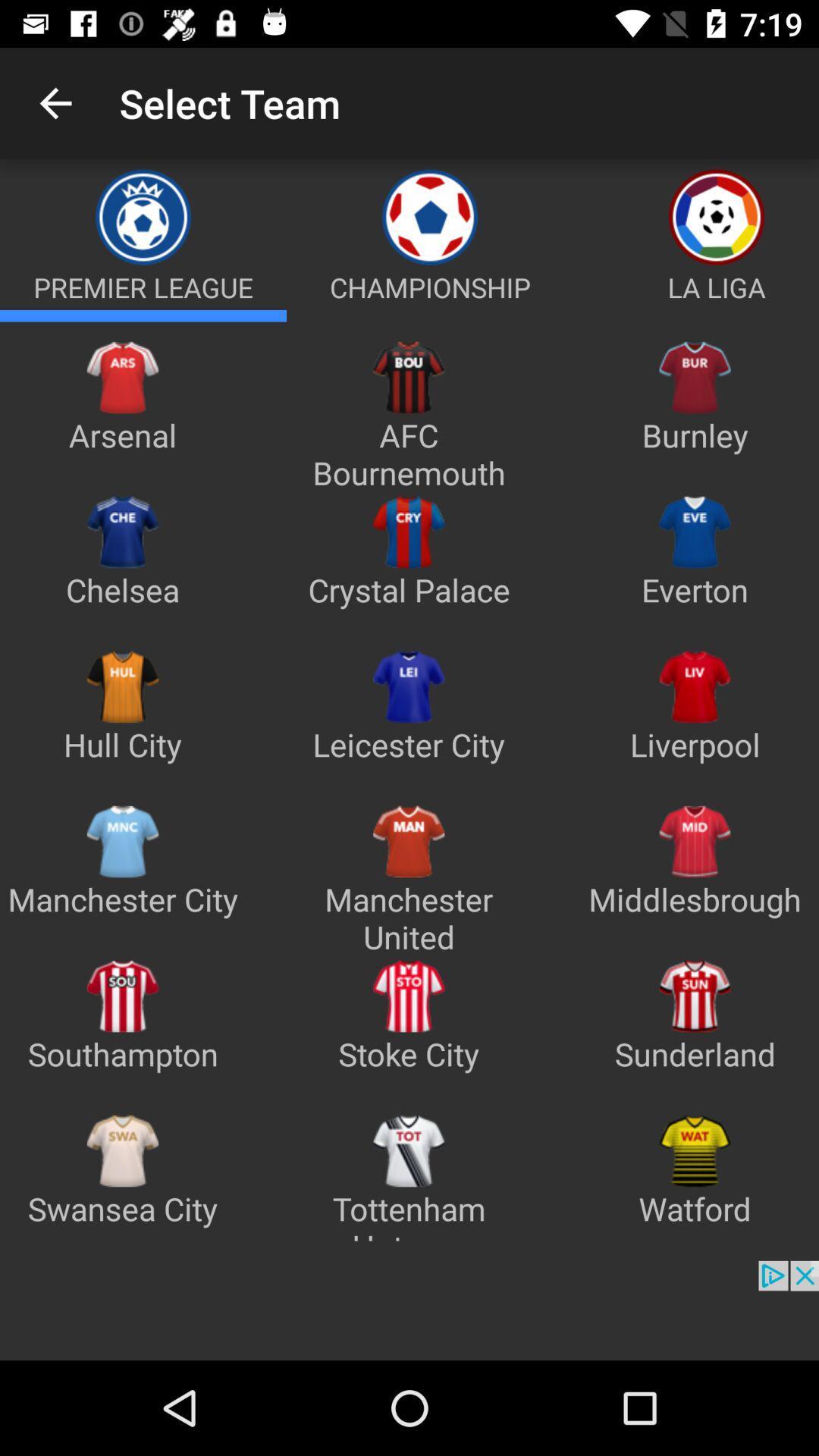  What do you see at coordinates (696, 315) in the screenshot?
I see `share the article` at bounding box center [696, 315].